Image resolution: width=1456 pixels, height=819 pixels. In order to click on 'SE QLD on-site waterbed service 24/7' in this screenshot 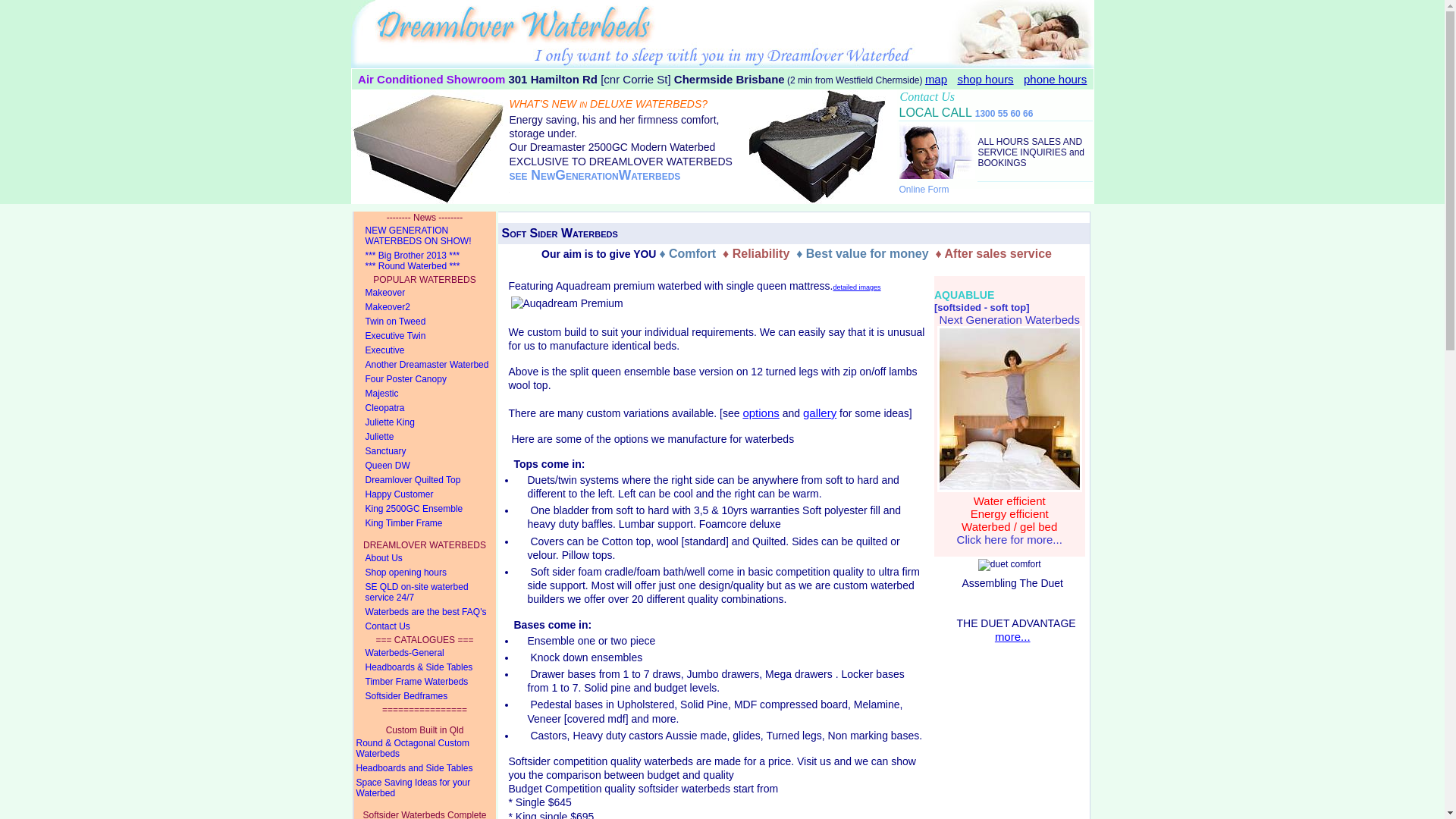, I will do `click(424, 591)`.